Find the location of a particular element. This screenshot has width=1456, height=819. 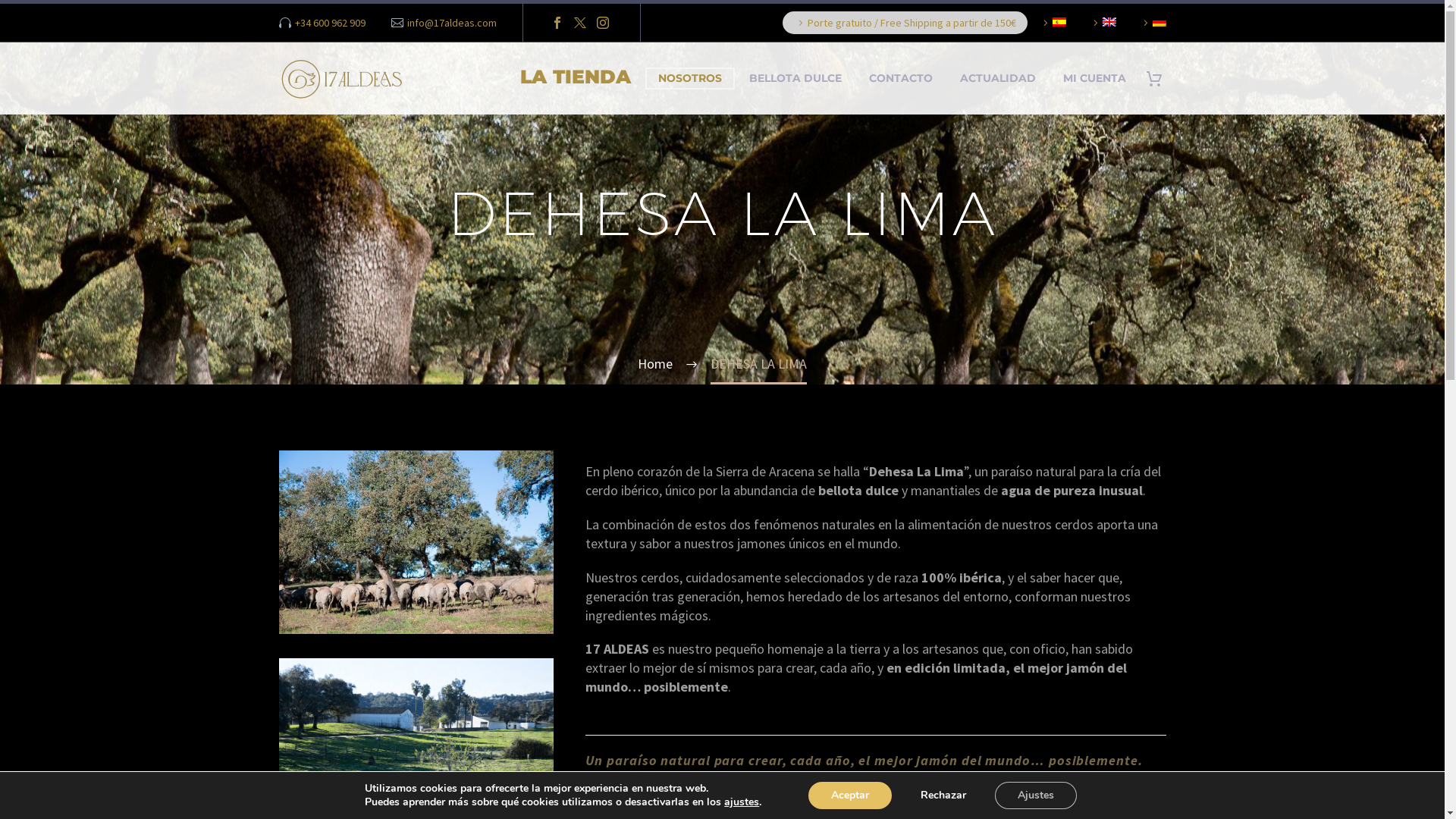

'MI CUENTA' is located at coordinates (1050, 78).